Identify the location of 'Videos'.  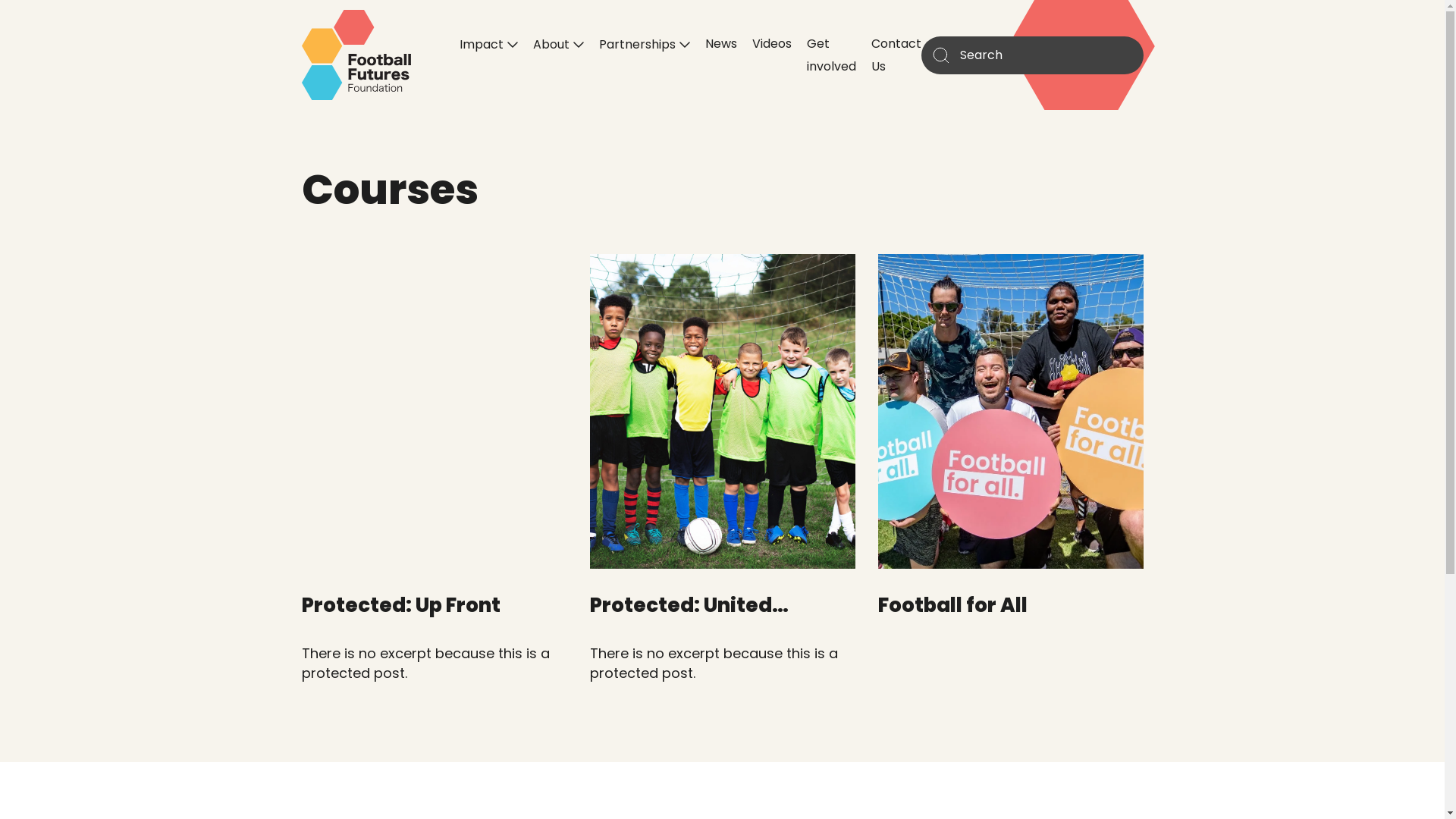
(771, 42).